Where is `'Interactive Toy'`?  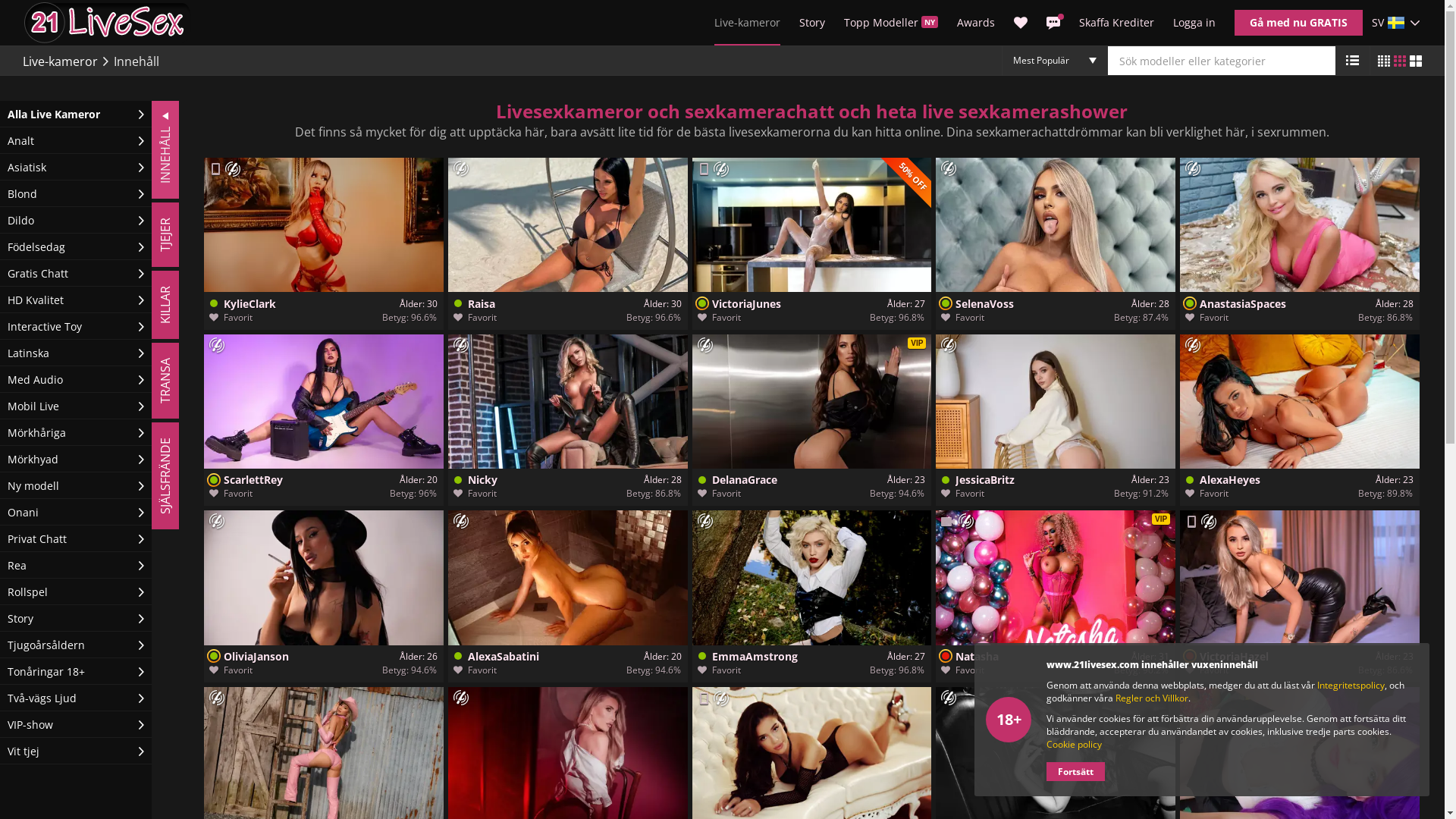
'Interactive Toy' is located at coordinates (75, 325).